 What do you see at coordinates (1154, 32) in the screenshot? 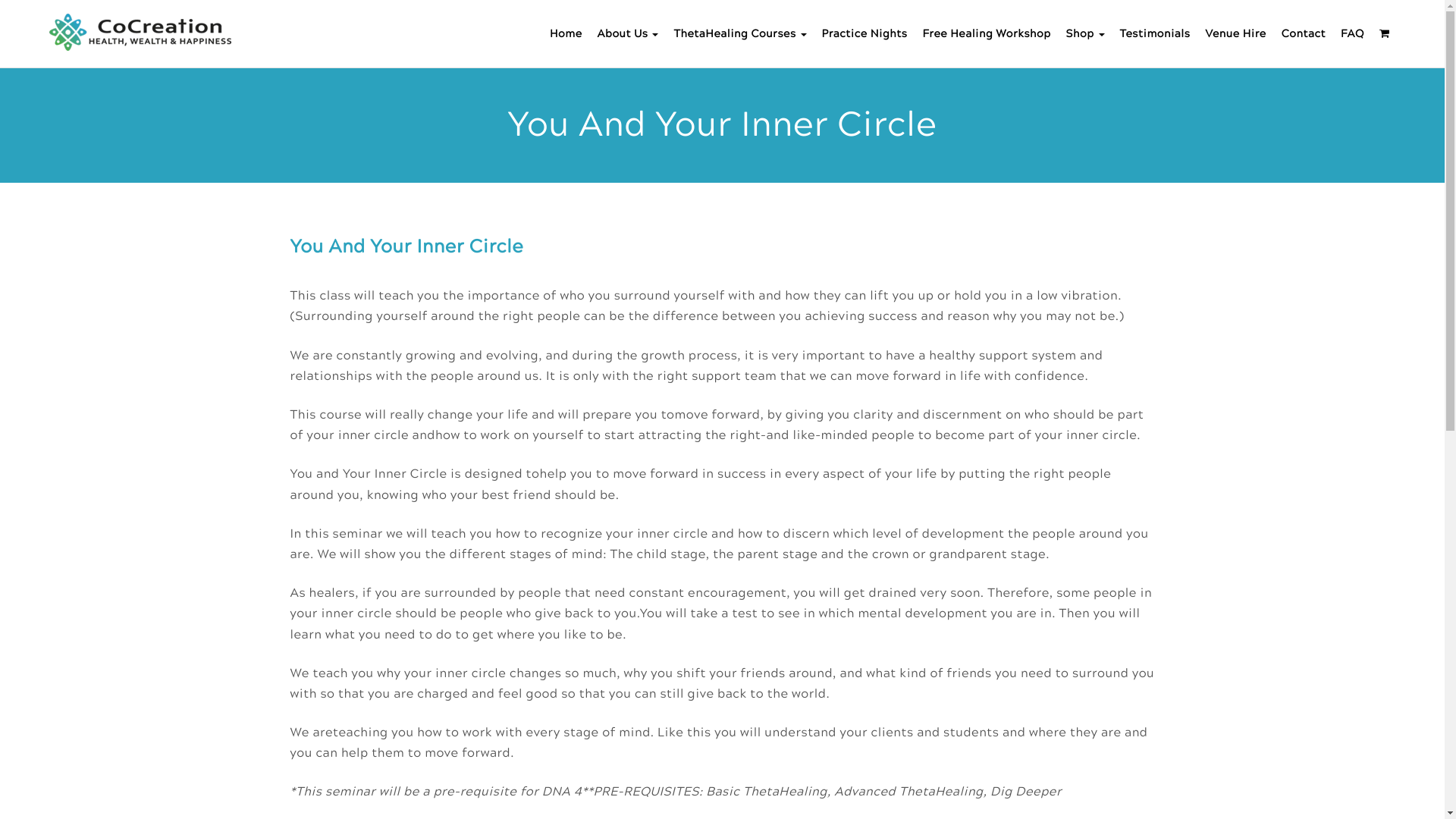
I see `'Testimonials'` at bounding box center [1154, 32].